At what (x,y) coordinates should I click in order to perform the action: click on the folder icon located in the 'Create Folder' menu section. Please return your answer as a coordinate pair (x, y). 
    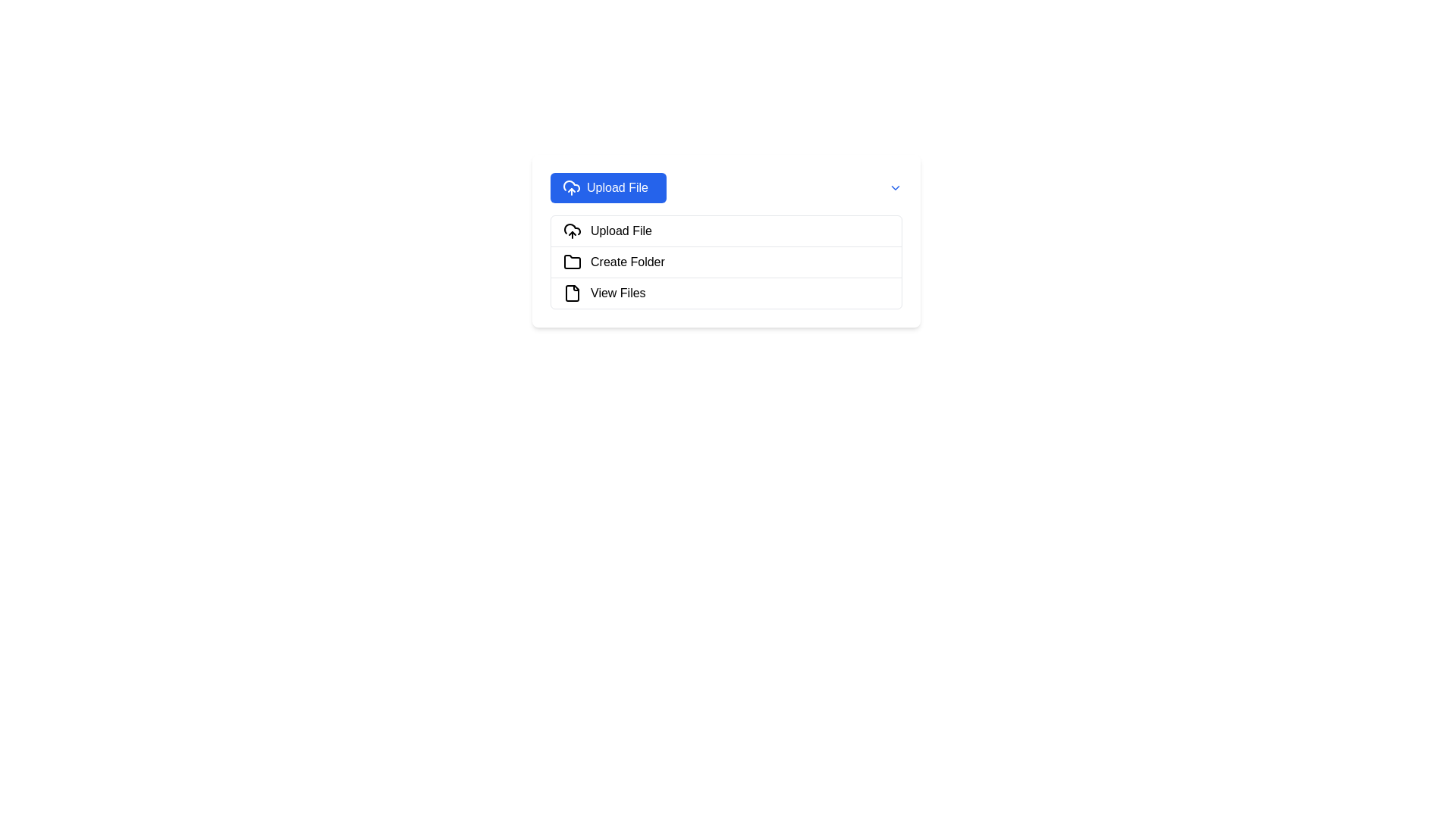
    Looking at the image, I should click on (571, 262).